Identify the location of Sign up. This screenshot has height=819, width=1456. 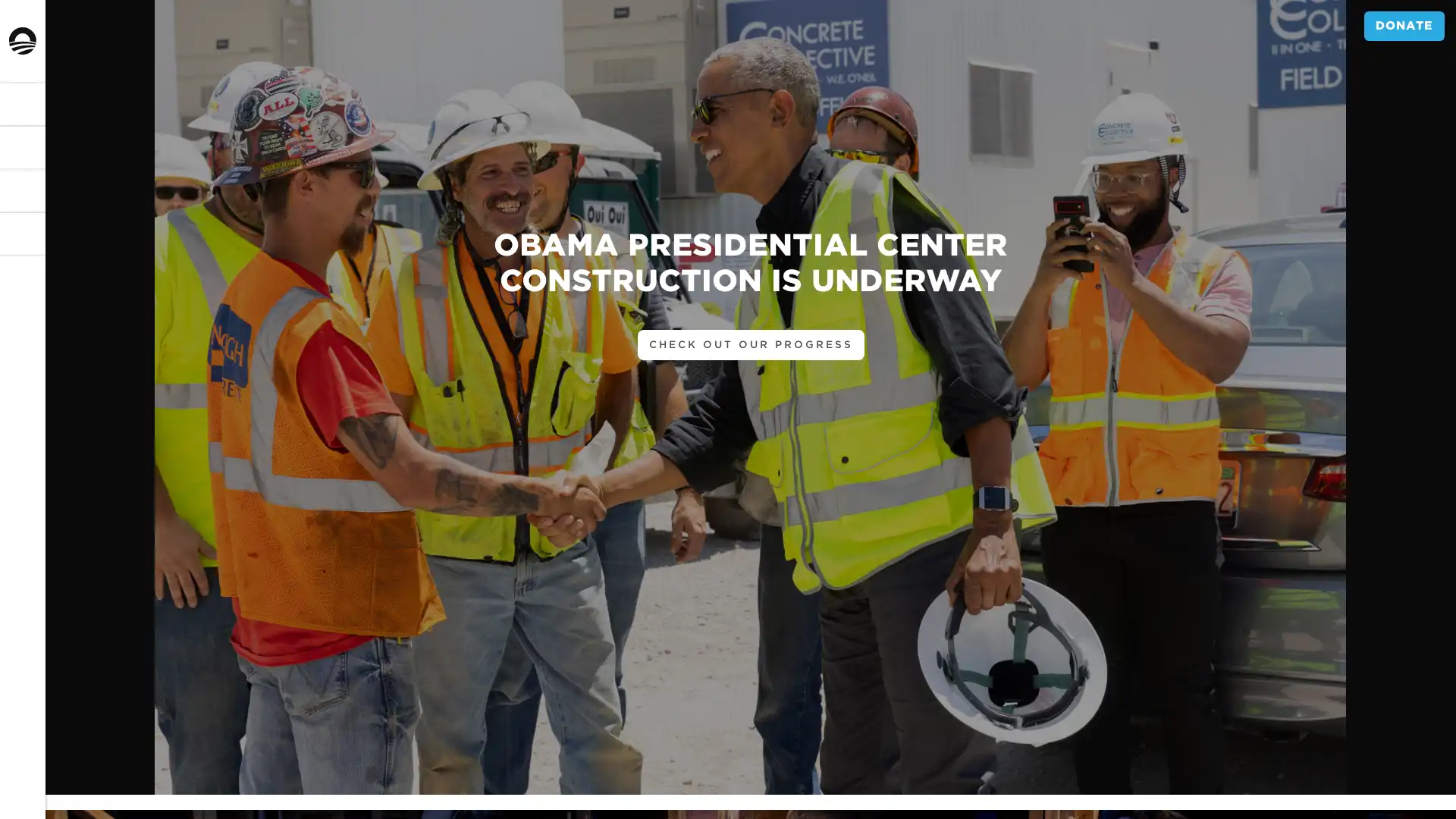
(47, 466).